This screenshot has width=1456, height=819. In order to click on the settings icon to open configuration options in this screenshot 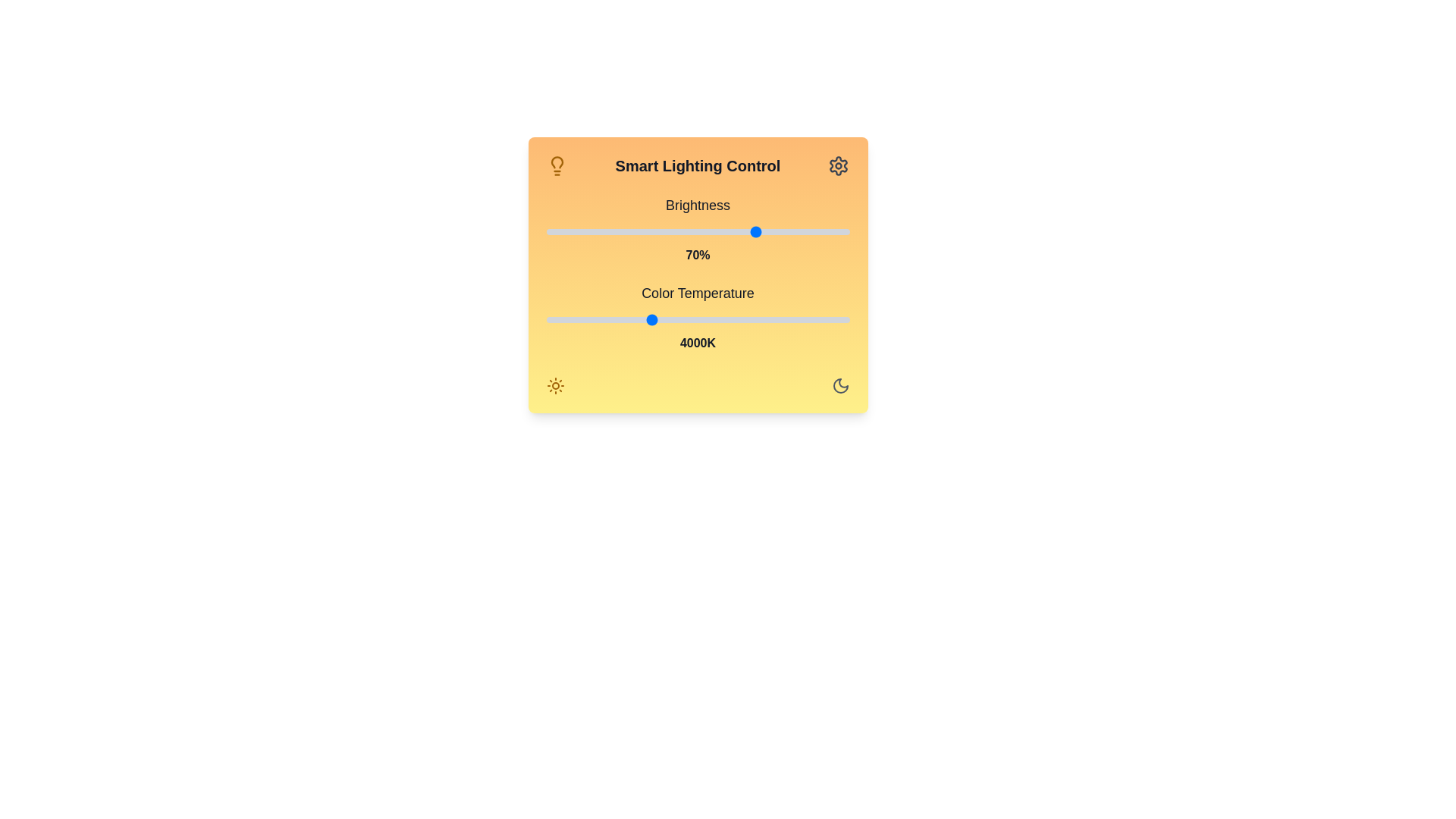, I will do `click(838, 166)`.